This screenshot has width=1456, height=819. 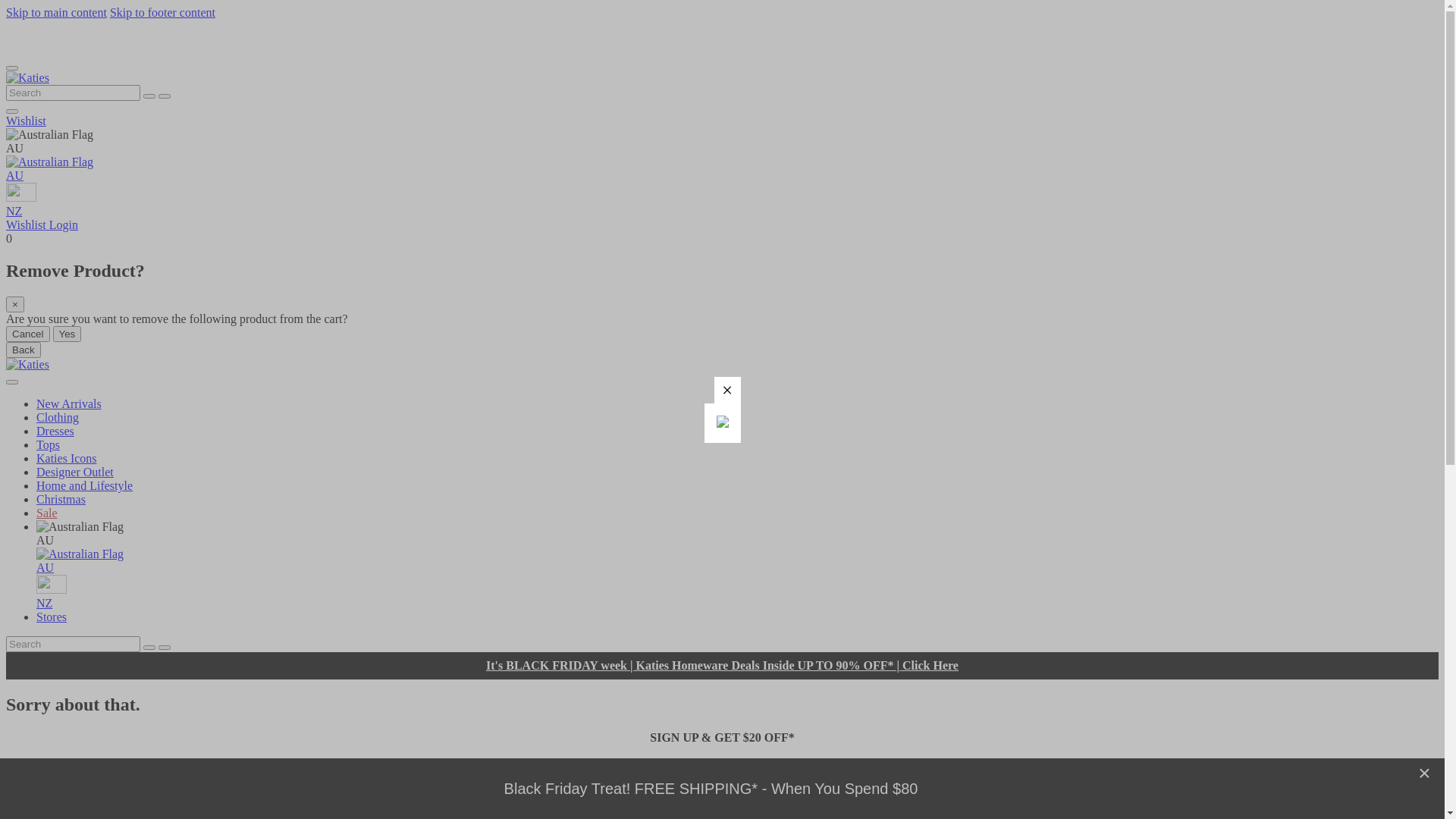 I want to click on 'New Arrivals', so click(x=36, y=403).